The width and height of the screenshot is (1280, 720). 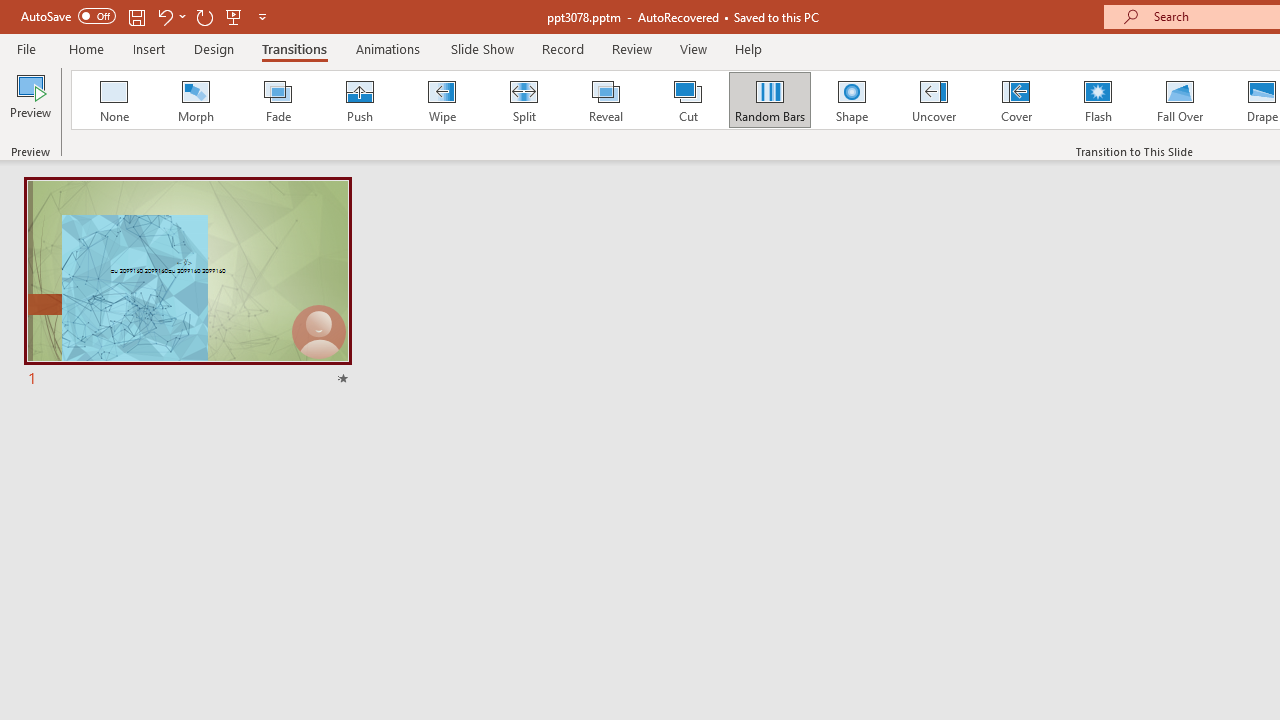 What do you see at coordinates (852, 100) in the screenshot?
I see `'Shape'` at bounding box center [852, 100].